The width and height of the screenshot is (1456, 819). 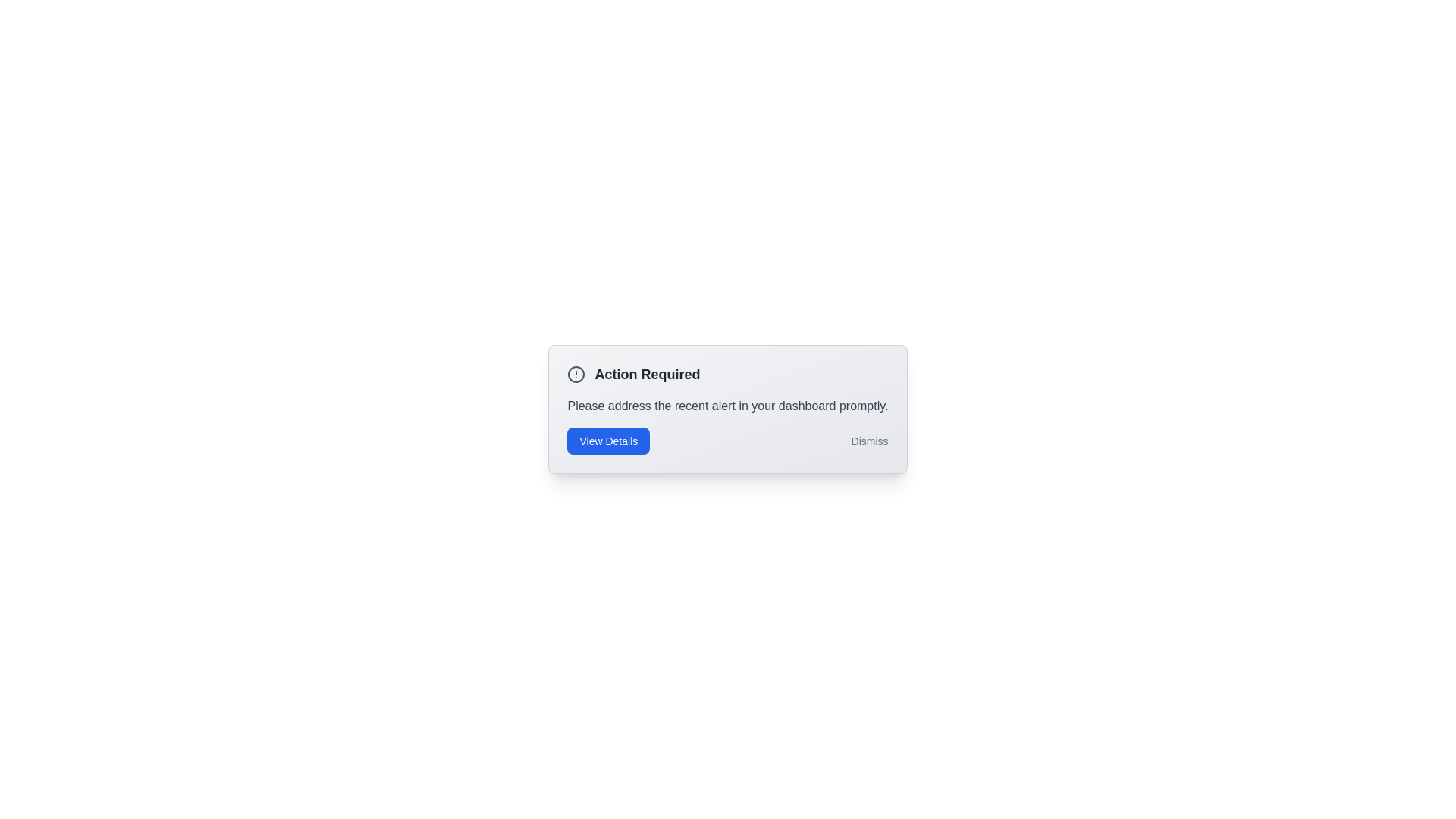 I want to click on the 'View Details' button to trigger the alert action, so click(x=608, y=441).